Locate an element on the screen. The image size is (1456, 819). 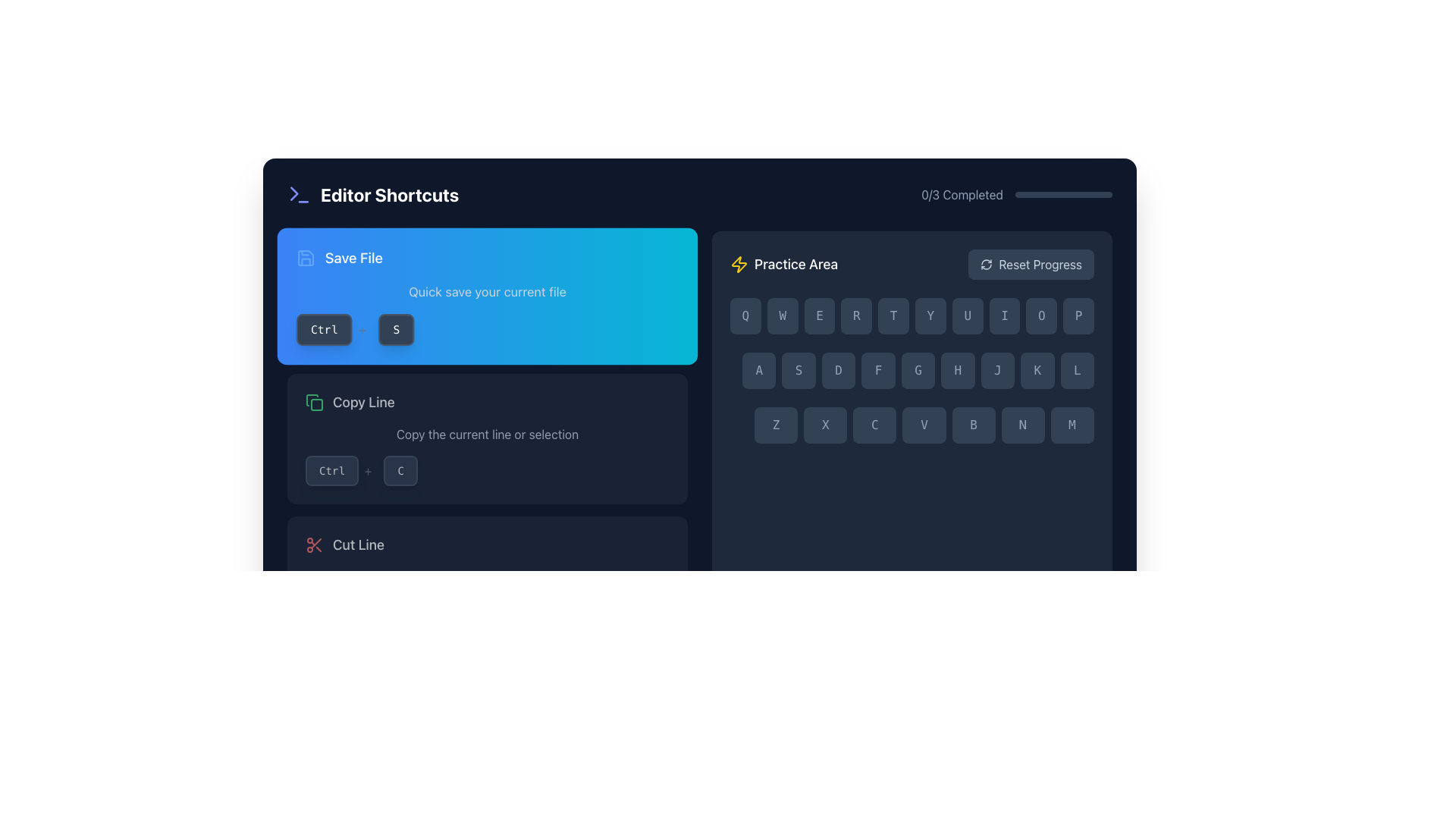
the button labeled 'F' in the horizontal row of buttons from 'A' to 'L' is located at coordinates (917, 371).